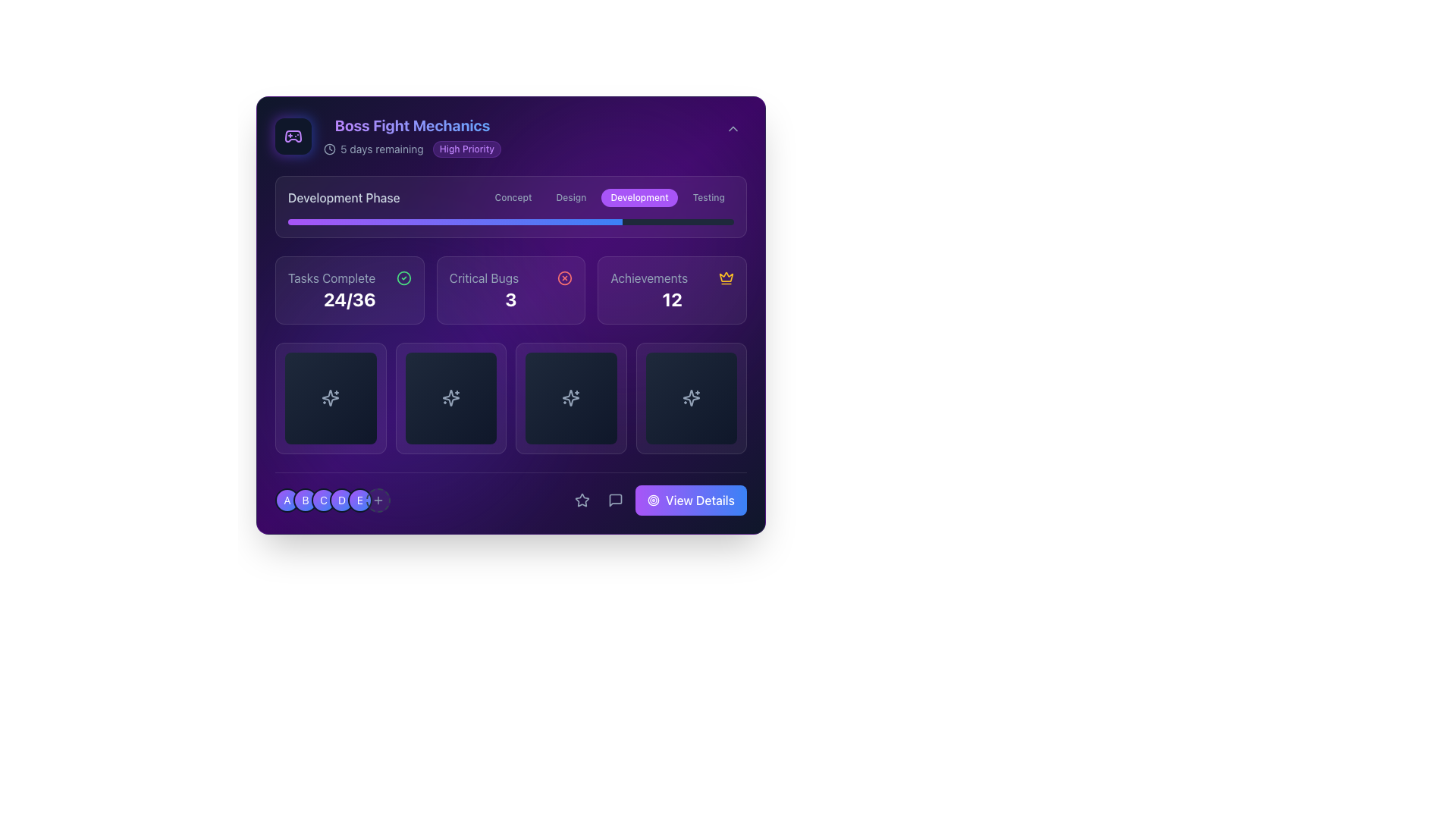 Image resolution: width=1456 pixels, height=819 pixels. Describe the element at coordinates (510, 290) in the screenshot. I see `the 'Critical Bugs' card, which is a rectangular card with a gradient purple background, featuring the heading 'Critical Bugs' and a large numeral '3' in bold white text, along with a red circular icon with an X to the right of the heading` at that location.